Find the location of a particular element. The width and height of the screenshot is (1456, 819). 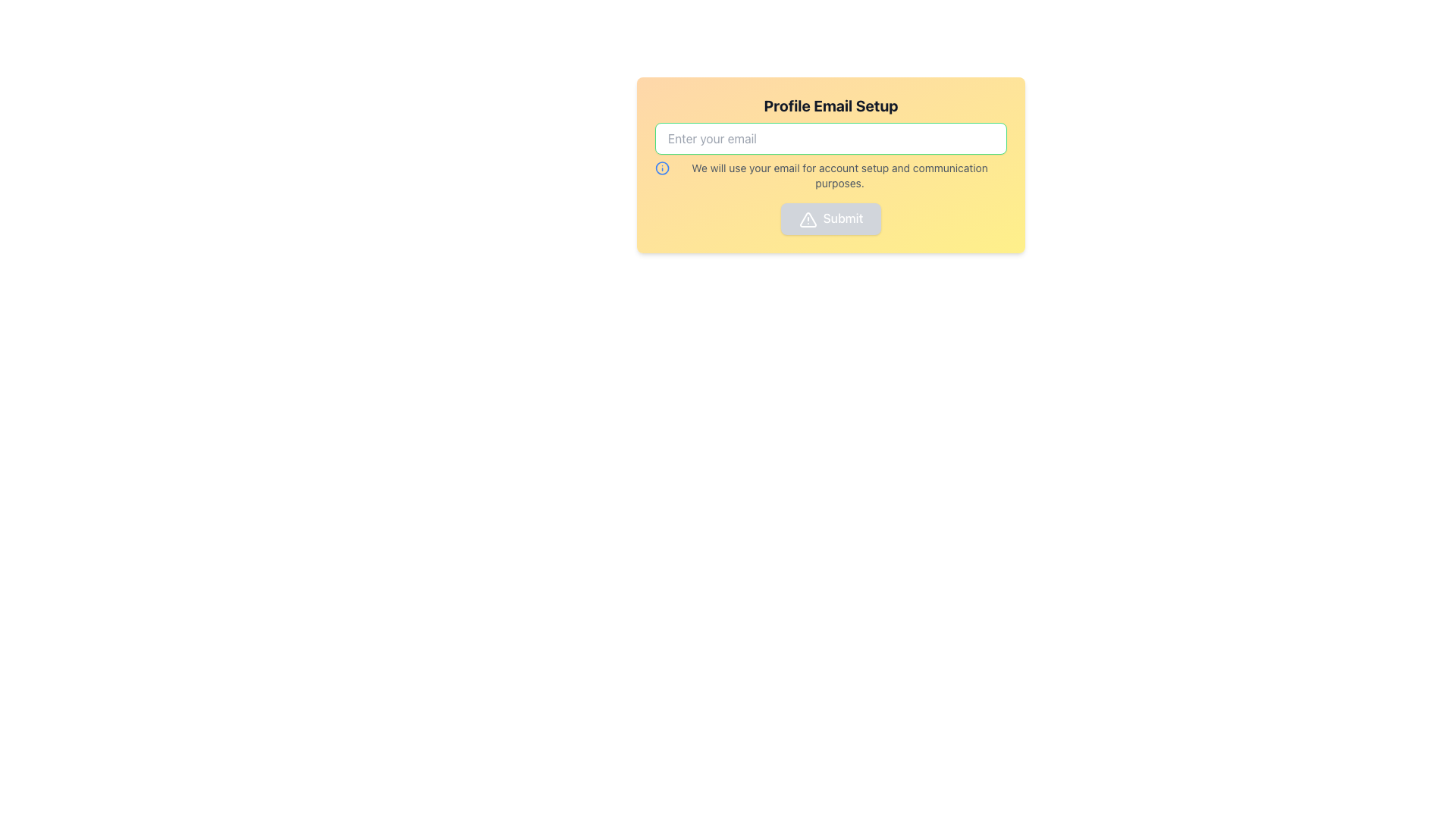

the icon located within the 'Submit' button is located at coordinates (807, 219).